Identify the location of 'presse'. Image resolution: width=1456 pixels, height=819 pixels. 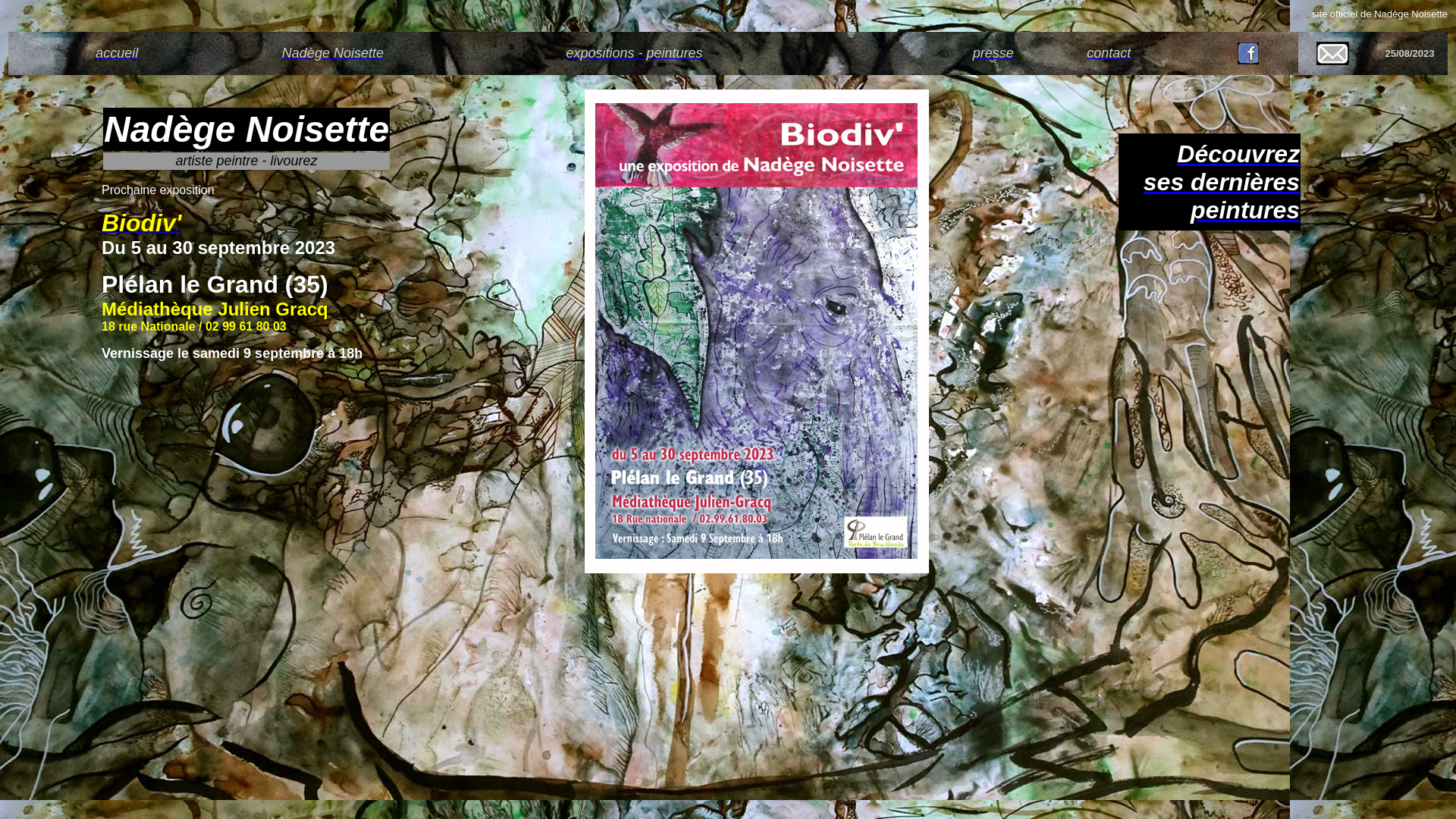
(993, 52).